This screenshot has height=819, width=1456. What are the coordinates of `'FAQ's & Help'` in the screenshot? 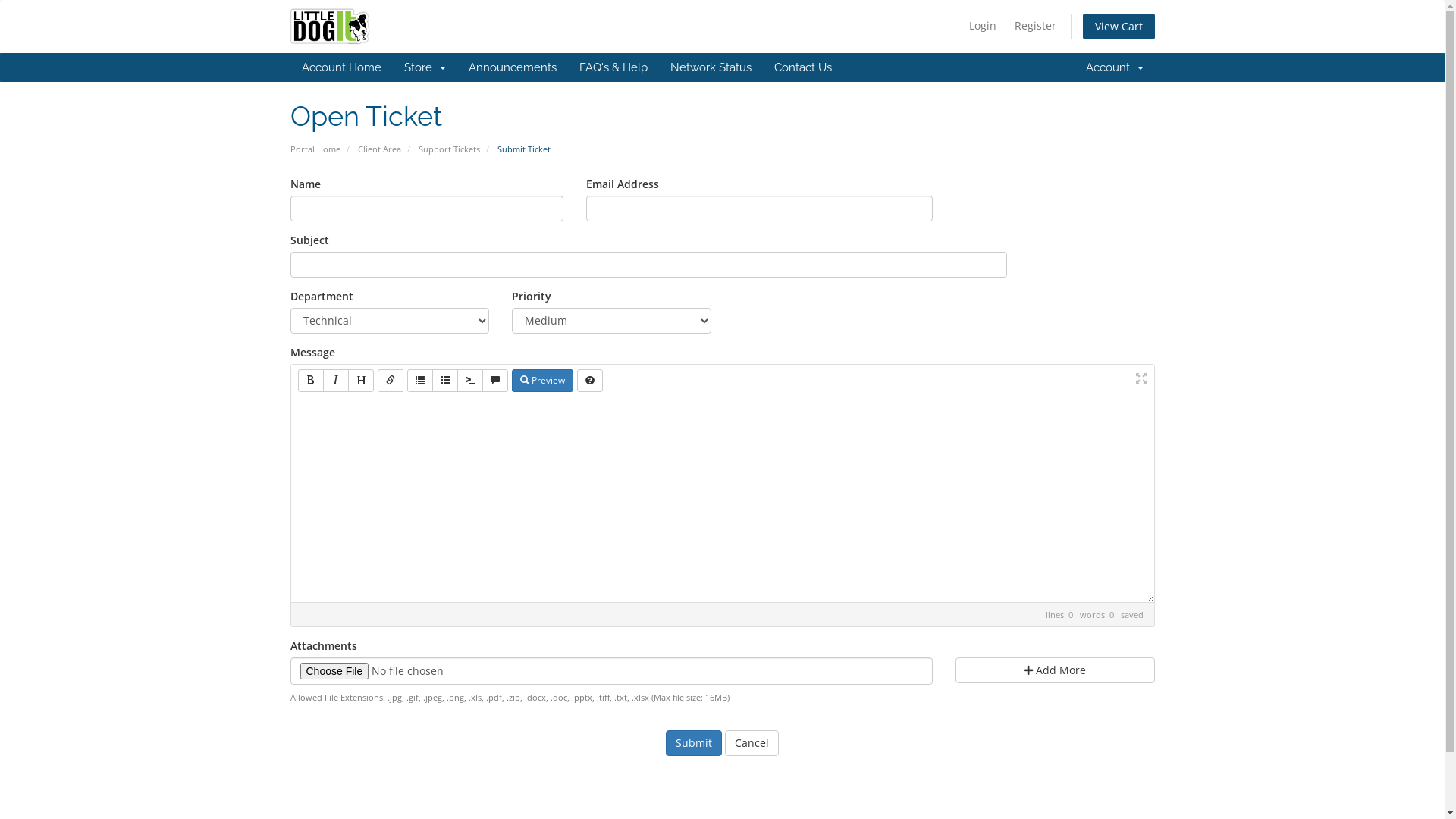 It's located at (566, 66).